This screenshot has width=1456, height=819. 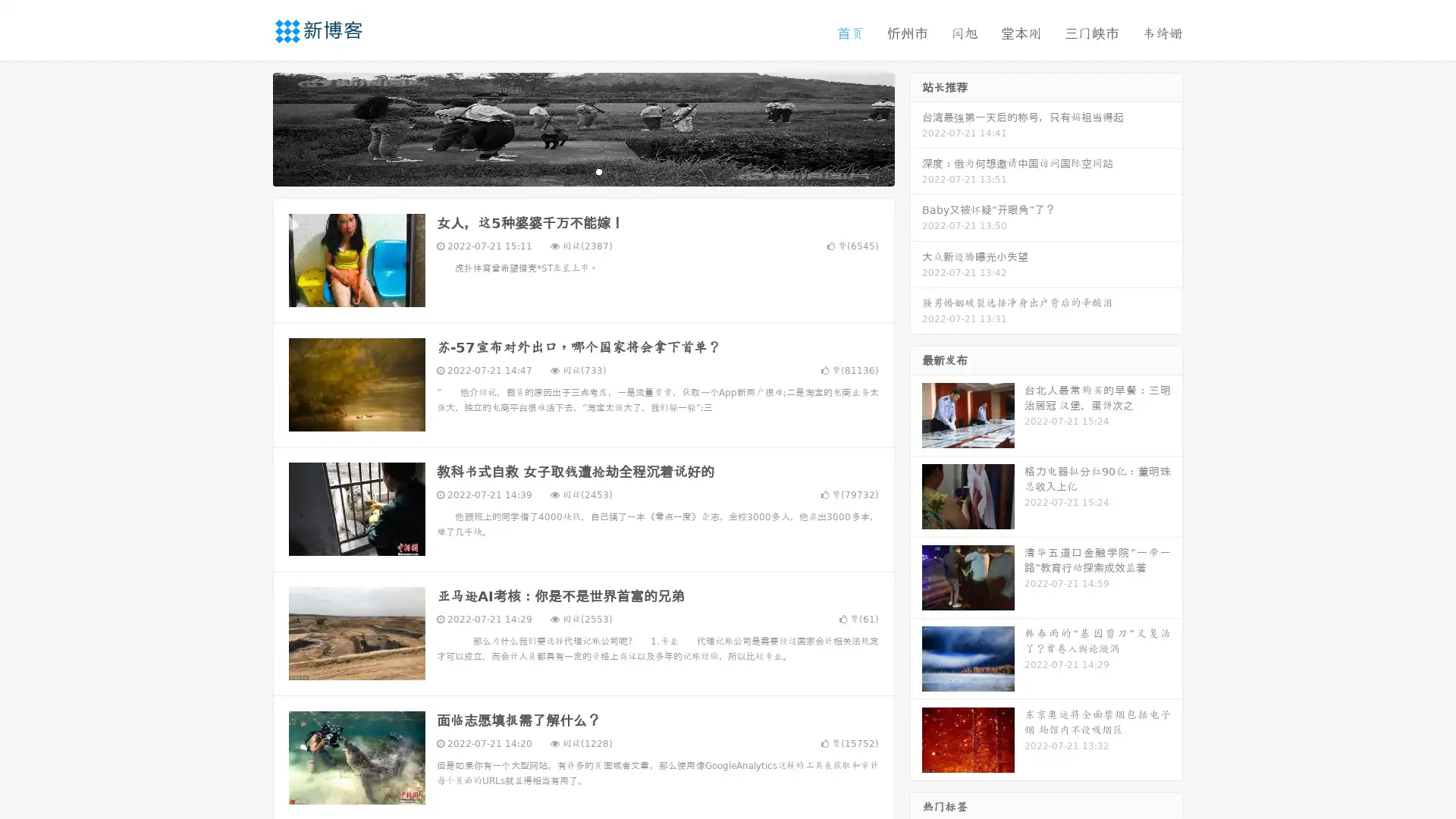 I want to click on Go to slide 3, so click(x=598, y=171).